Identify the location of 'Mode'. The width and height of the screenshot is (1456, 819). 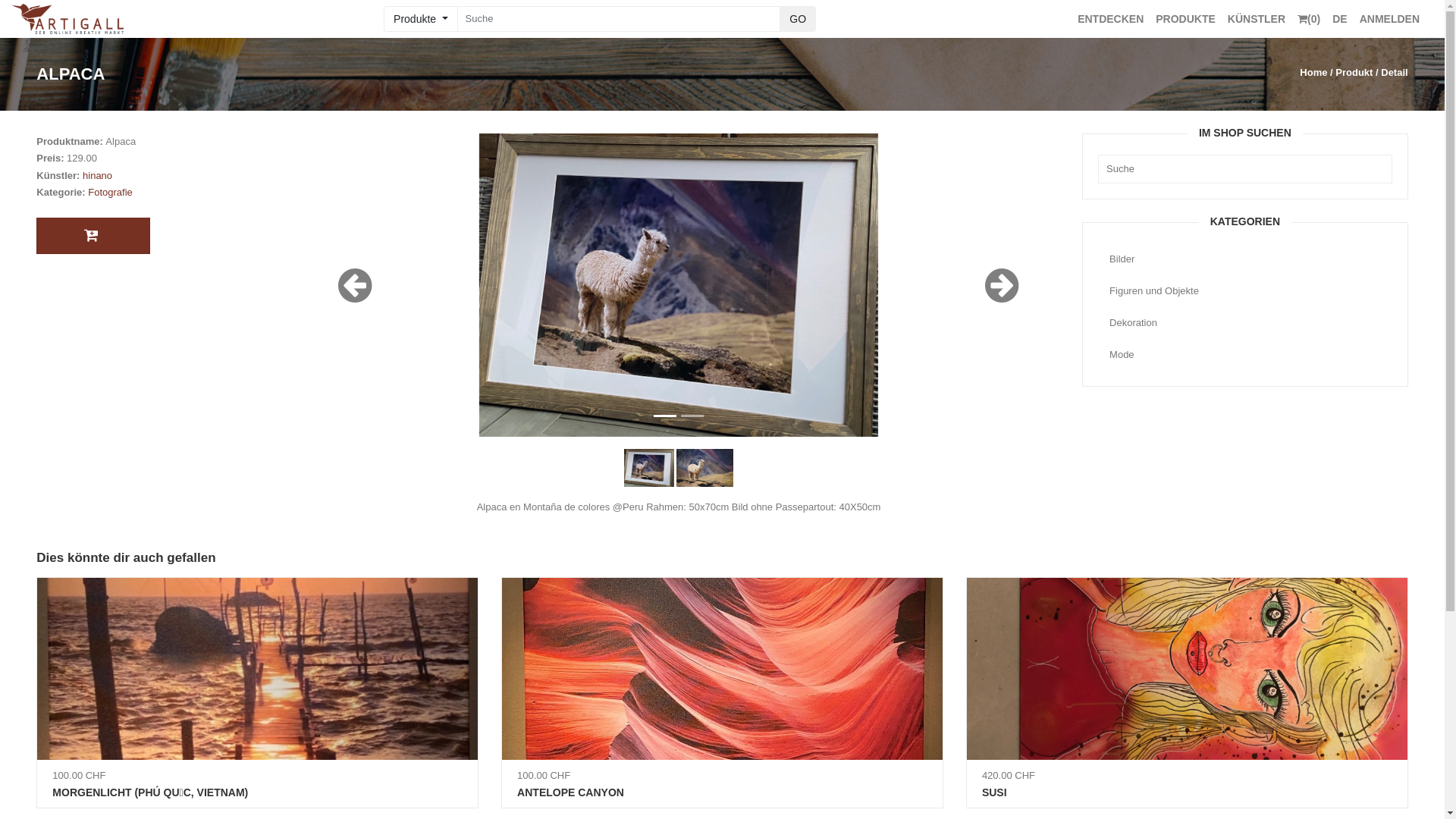
(1244, 354).